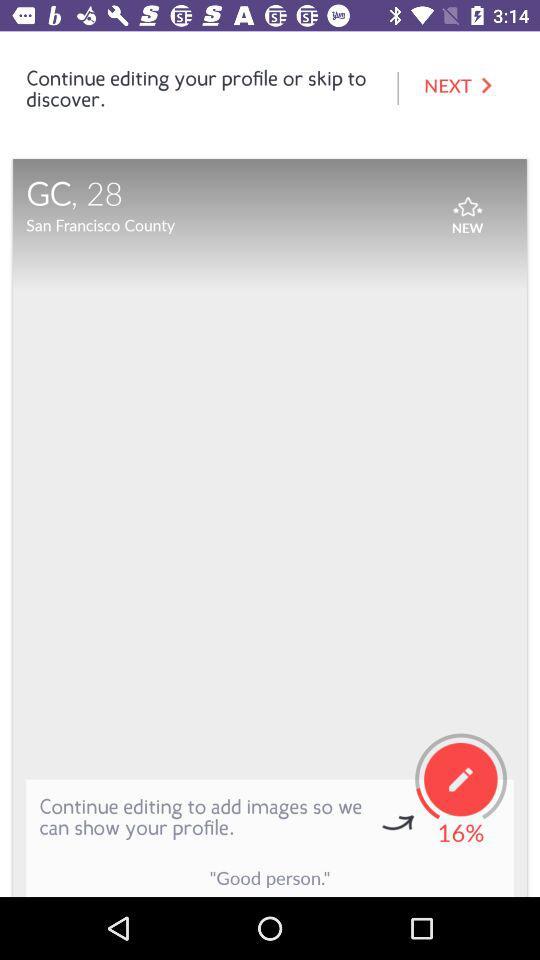  I want to click on on the icon above new, so click(467, 201).